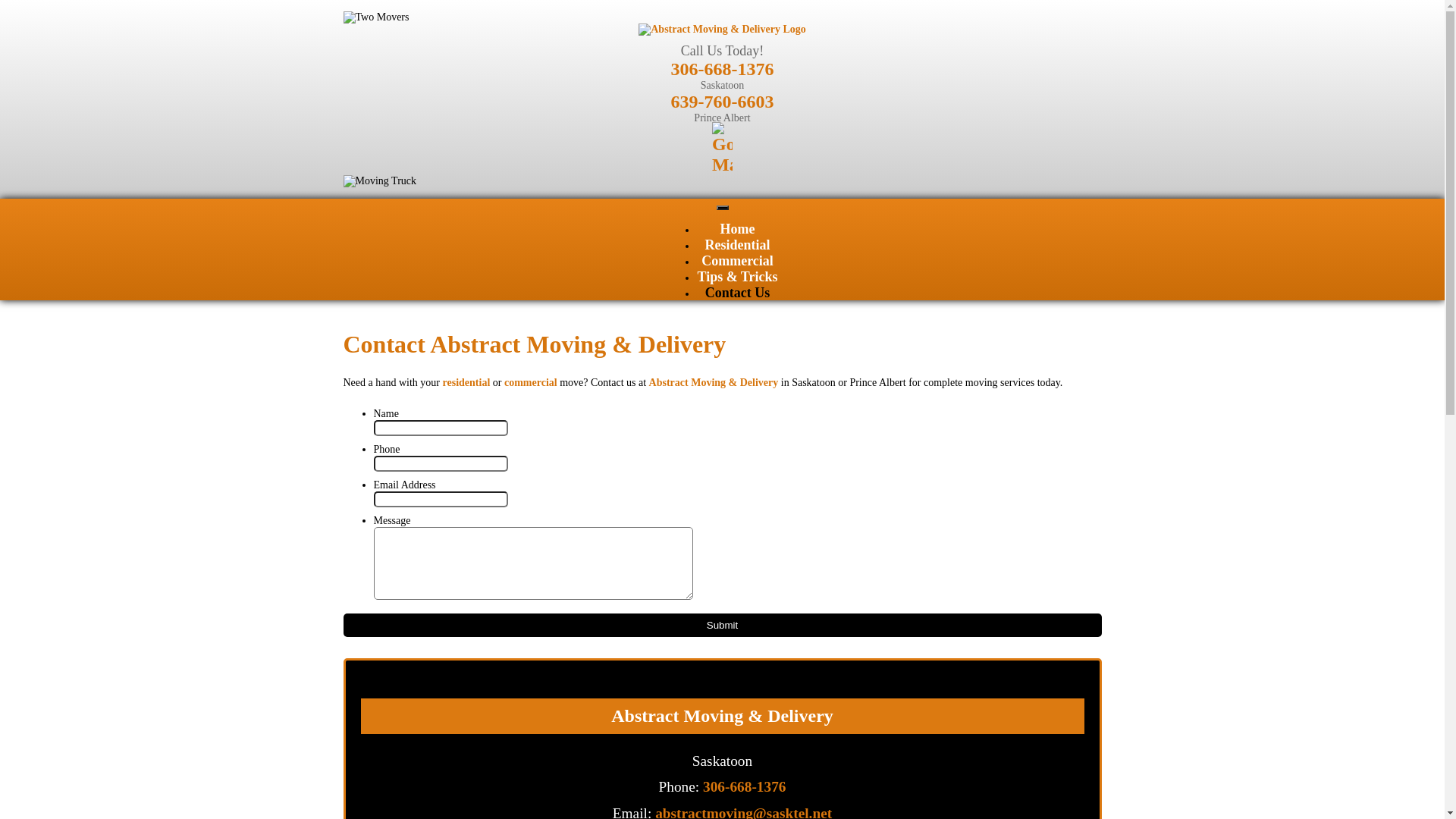  What do you see at coordinates (466, 381) in the screenshot?
I see `'residential'` at bounding box center [466, 381].